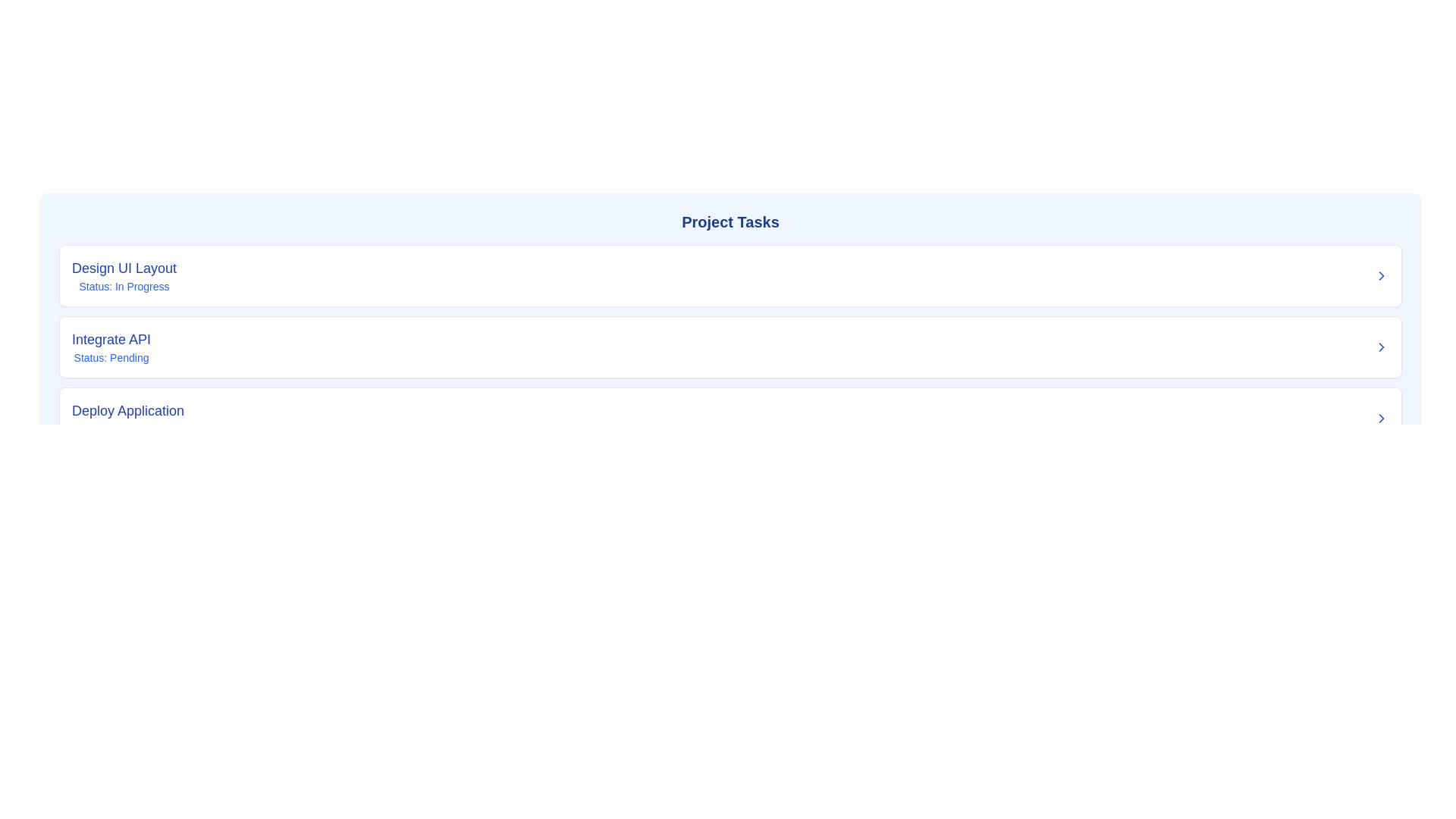 This screenshot has height=819, width=1456. I want to click on the chevron-right icon, so click(1382, 418).